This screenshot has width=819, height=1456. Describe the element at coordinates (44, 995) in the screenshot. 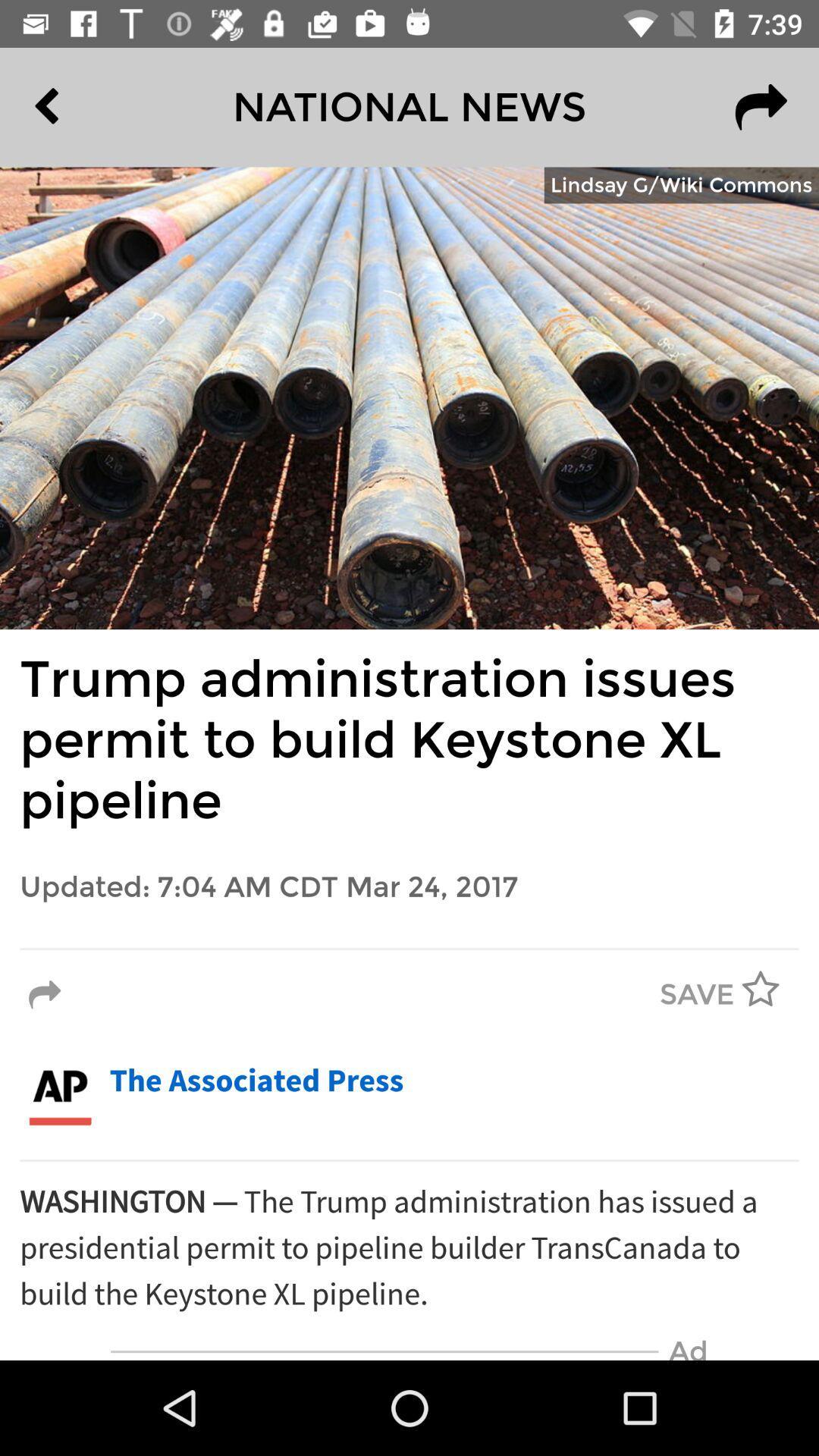

I see `item to the left of save item` at that location.